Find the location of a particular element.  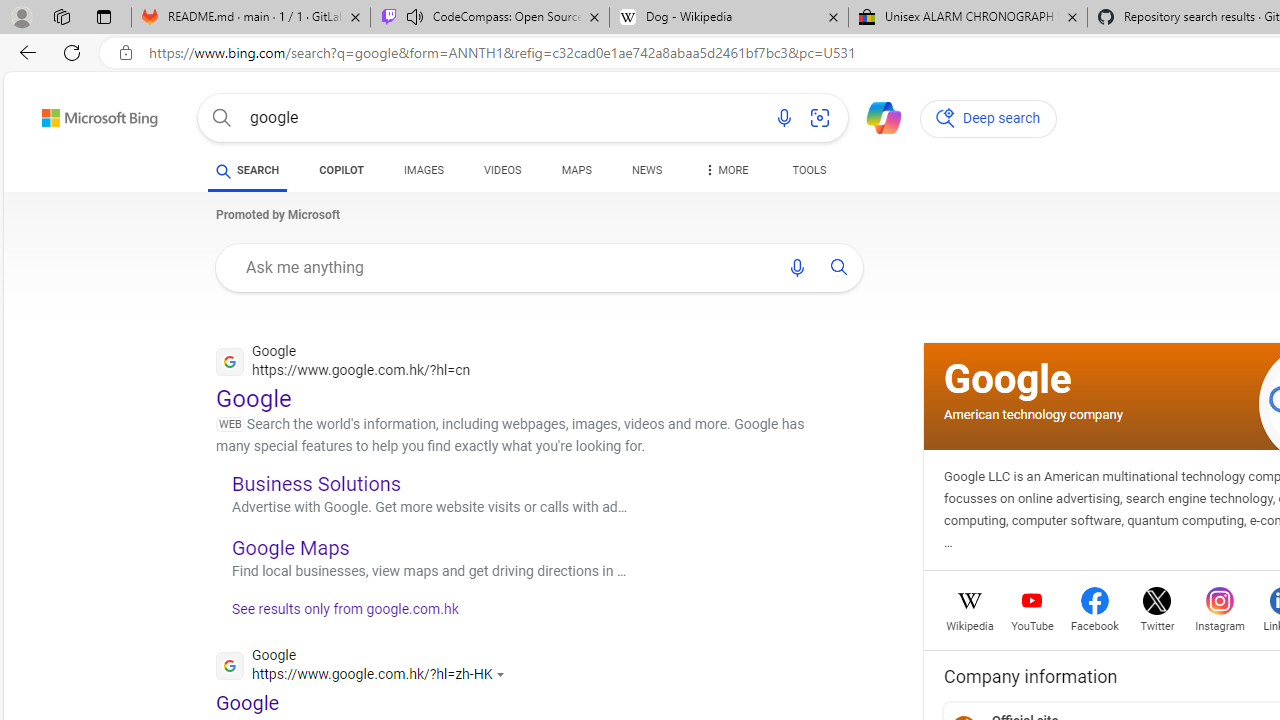

'Search using an image' is located at coordinates (820, 118).